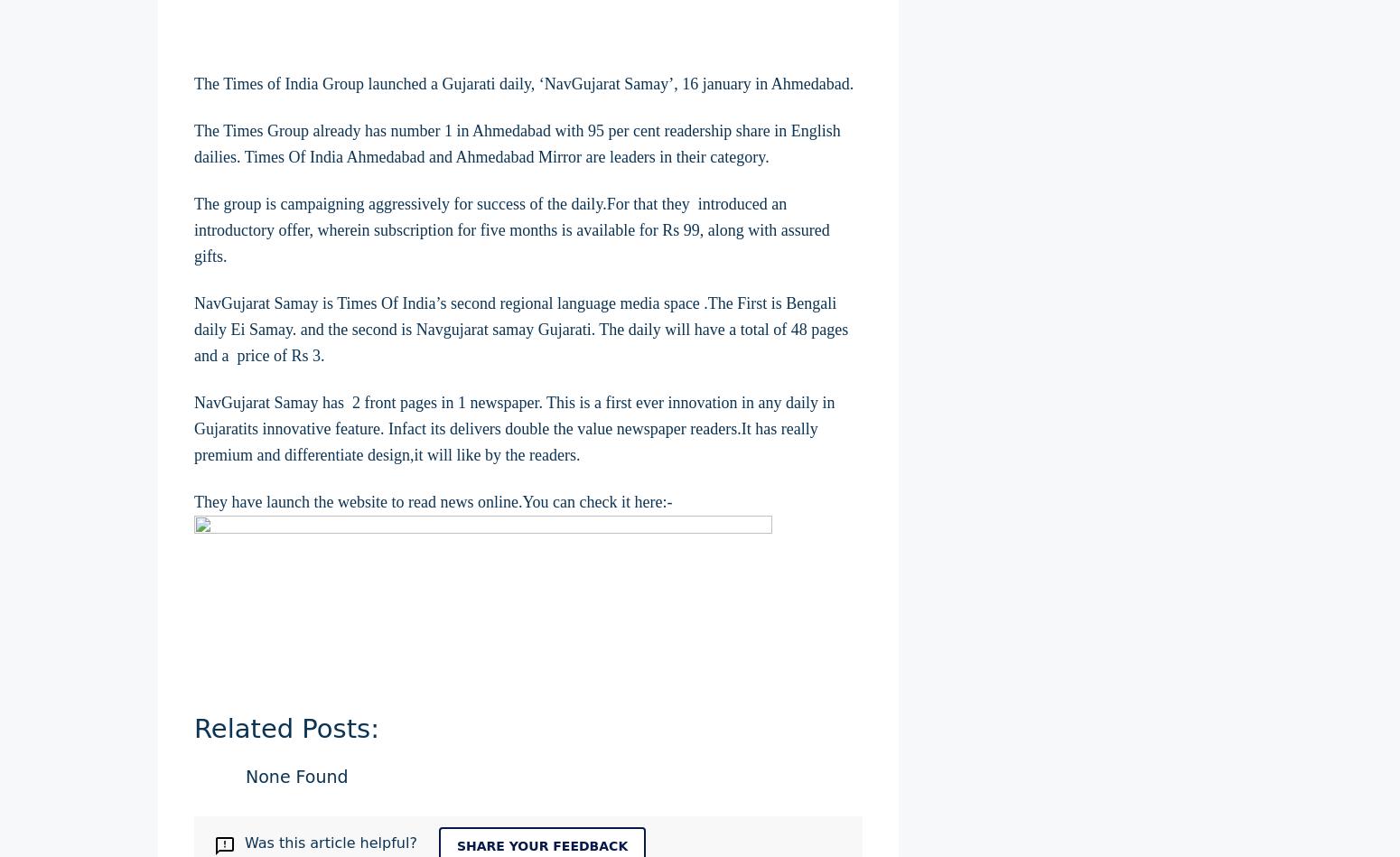  What do you see at coordinates (542, 843) in the screenshot?
I see `'Share your feedback'` at bounding box center [542, 843].